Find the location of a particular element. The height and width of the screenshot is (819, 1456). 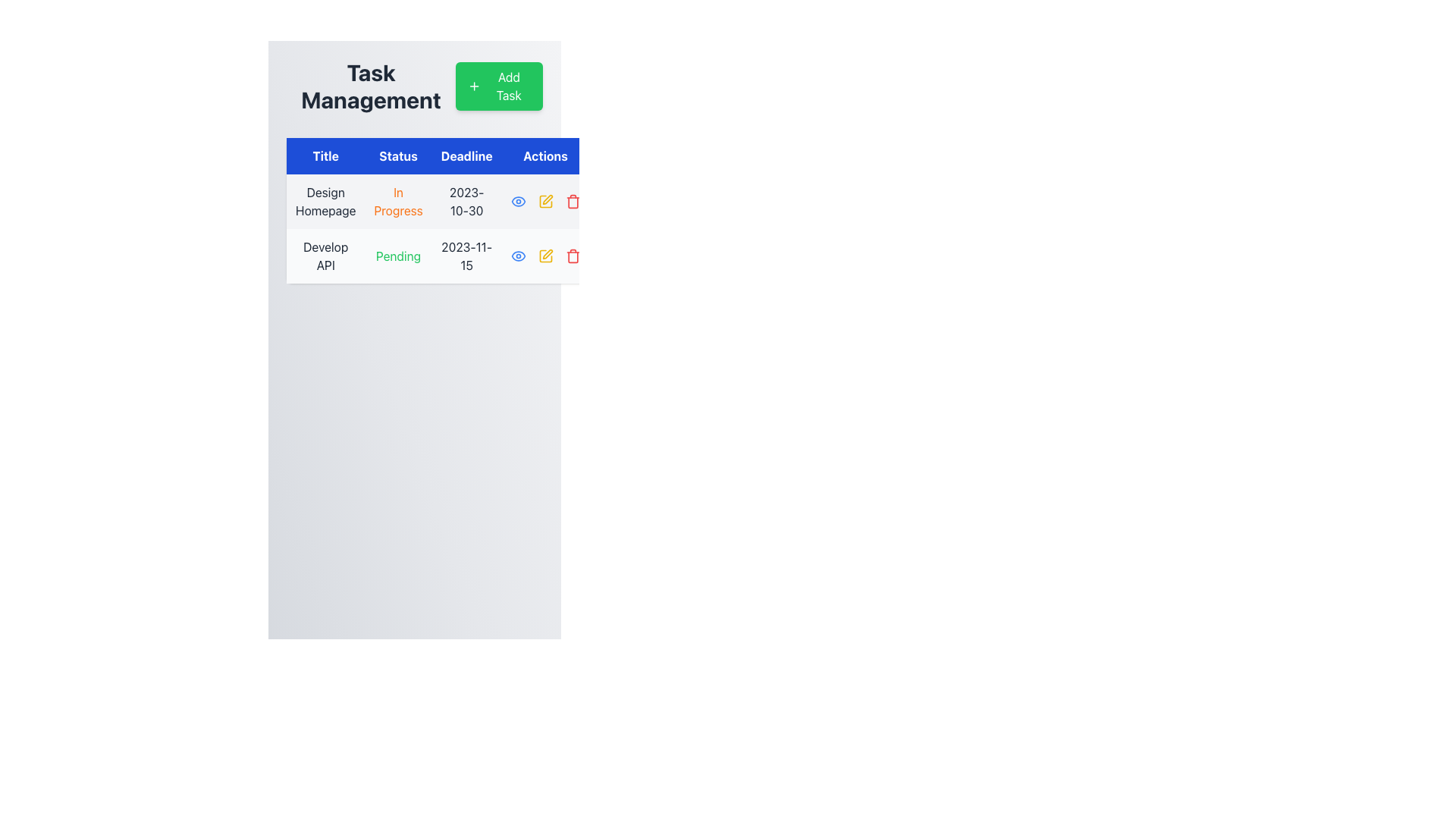

the table header cell with a blue background and white text that reads 'Title', located at the top-left corner of the table is located at coordinates (325, 155).